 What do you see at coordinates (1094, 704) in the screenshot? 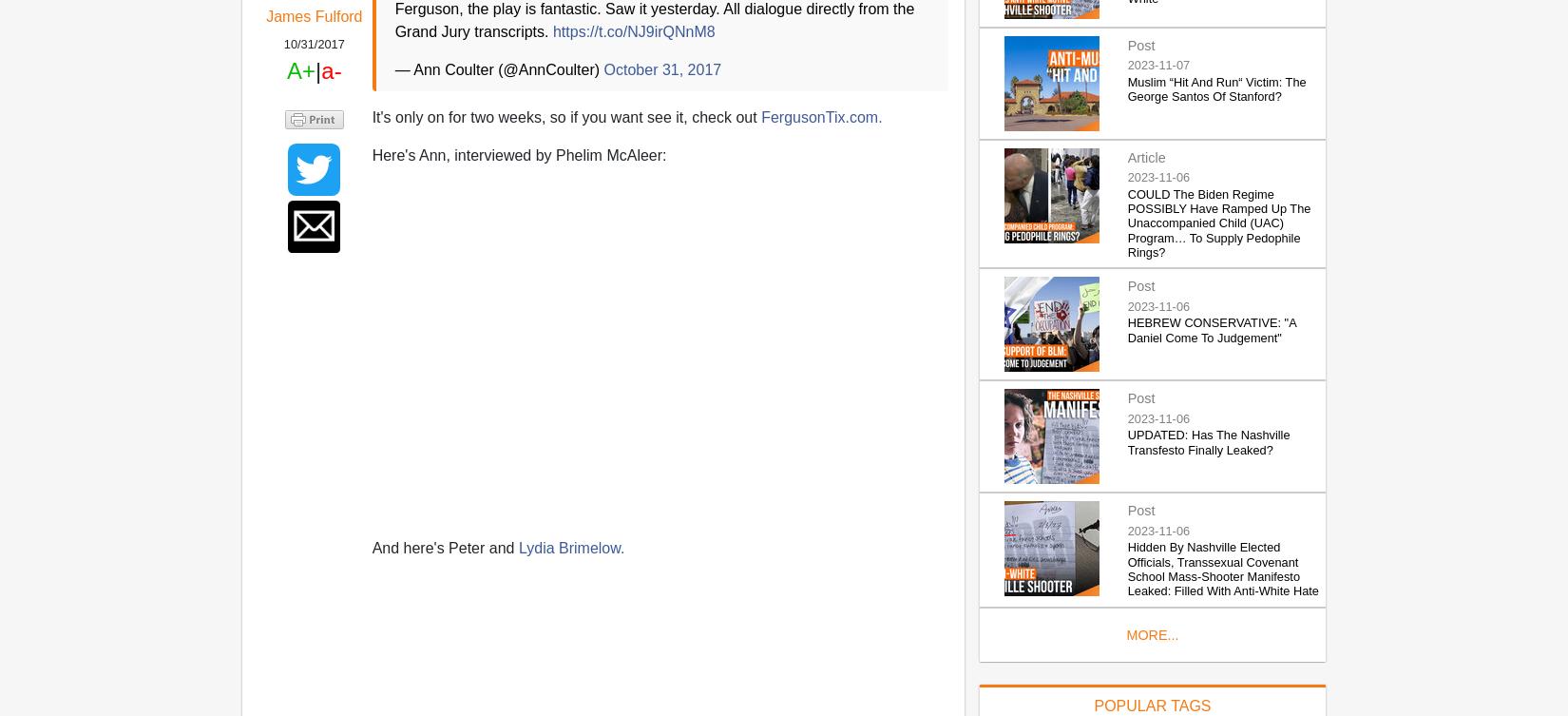
I see `'POPULAR TAGS'` at bounding box center [1094, 704].